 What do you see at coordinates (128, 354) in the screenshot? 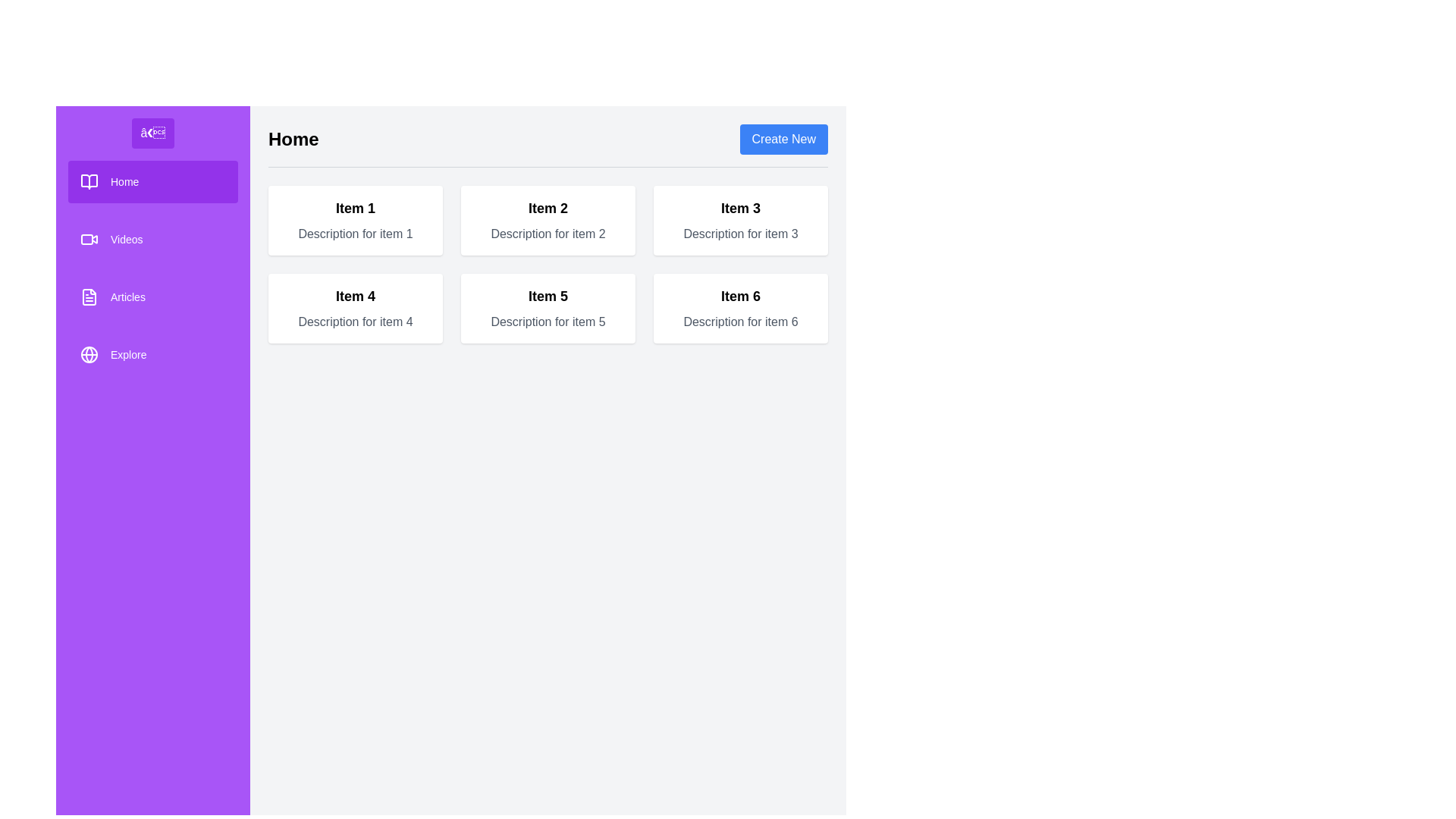
I see `the 'Explore' text located in the sidebar with a purple background, positioned to the right of a globe icon` at bounding box center [128, 354].